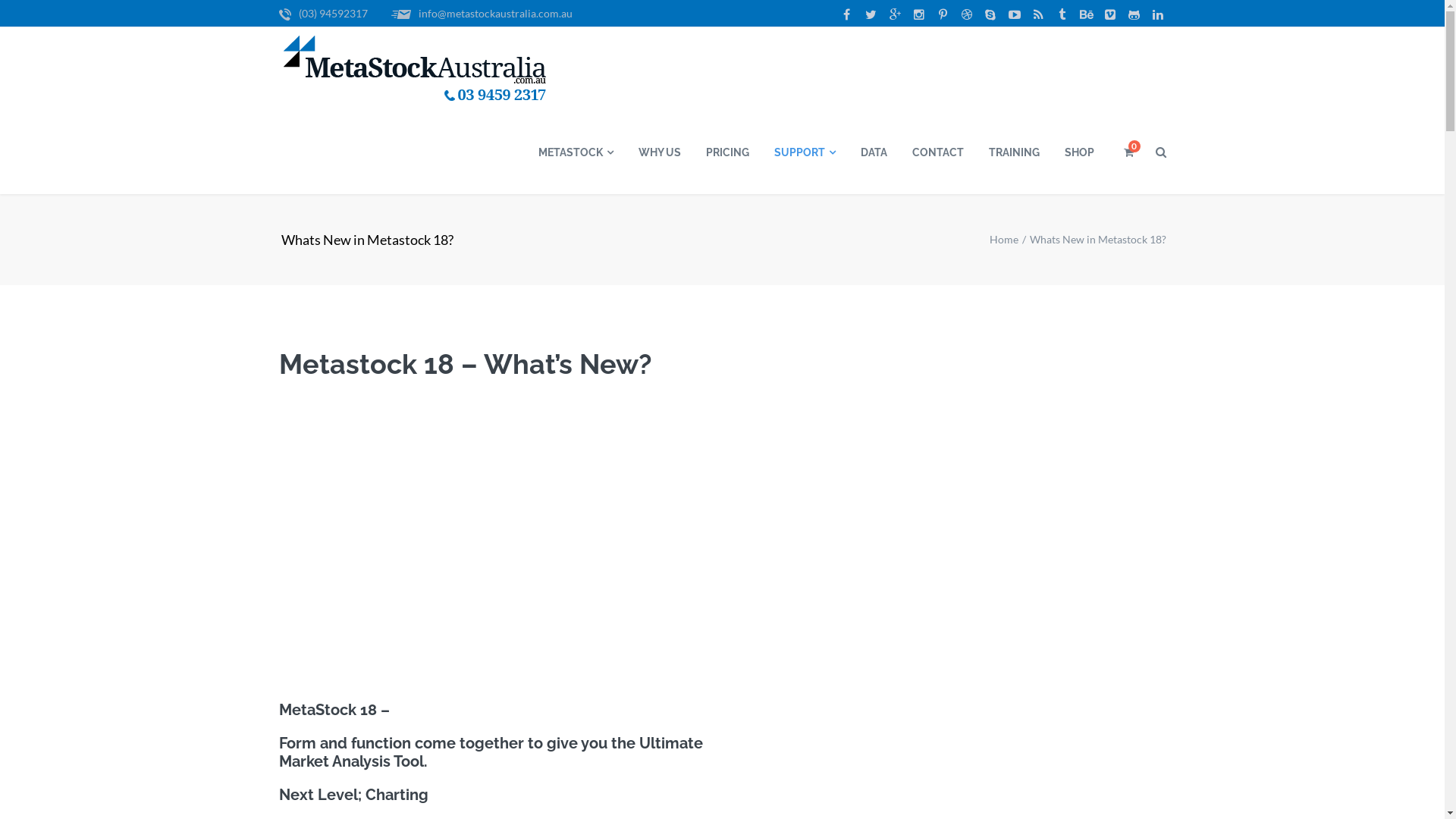 The image size is (1456, 819). Describe the element at coordinates (415, 69) in the screenshot. I see `'Logo'` at that location.